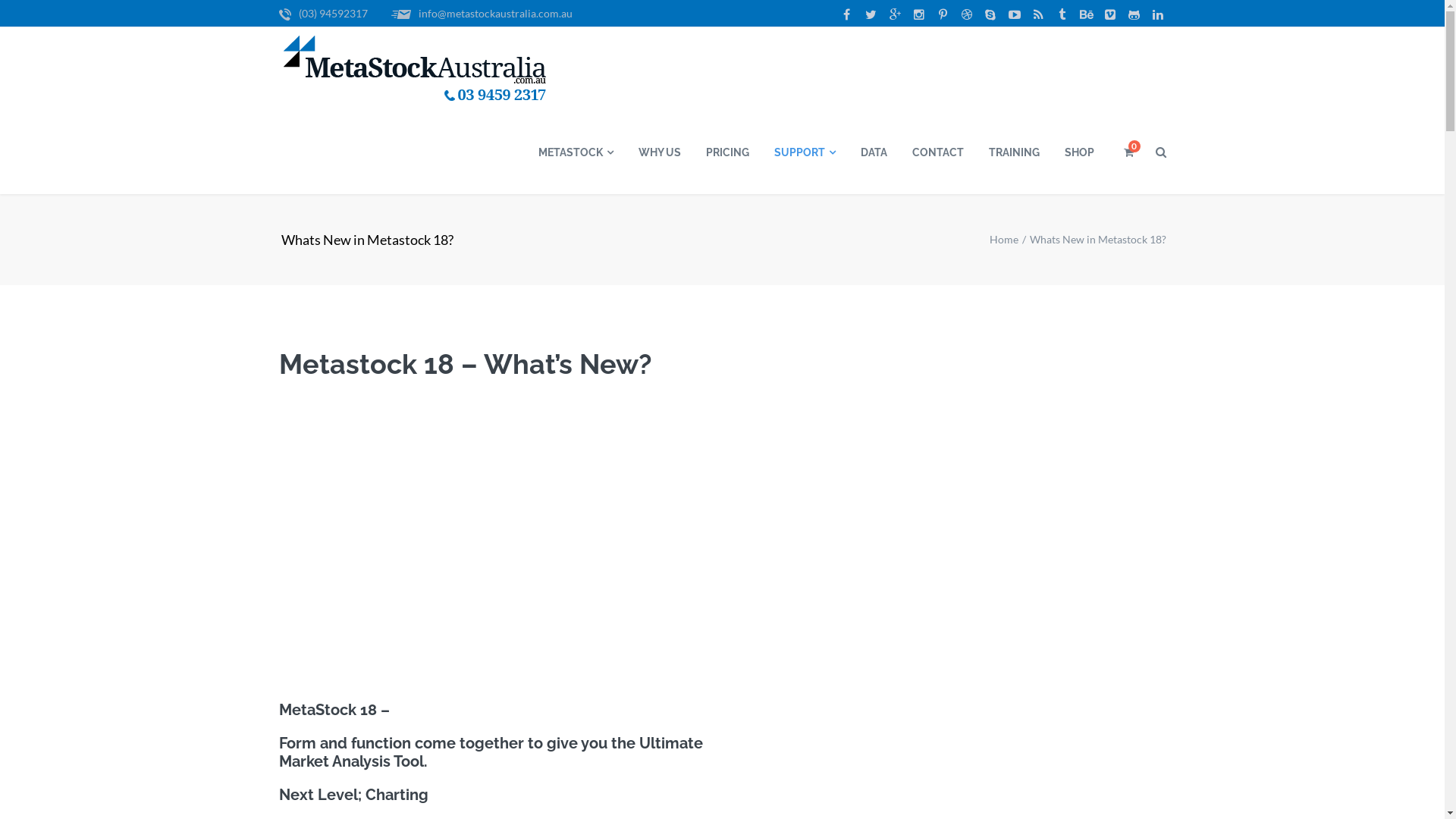 The image size is (1456, 819). Describe the element at coordinates (415, 69) in the screenshot. I see `'Logo'` at that location.